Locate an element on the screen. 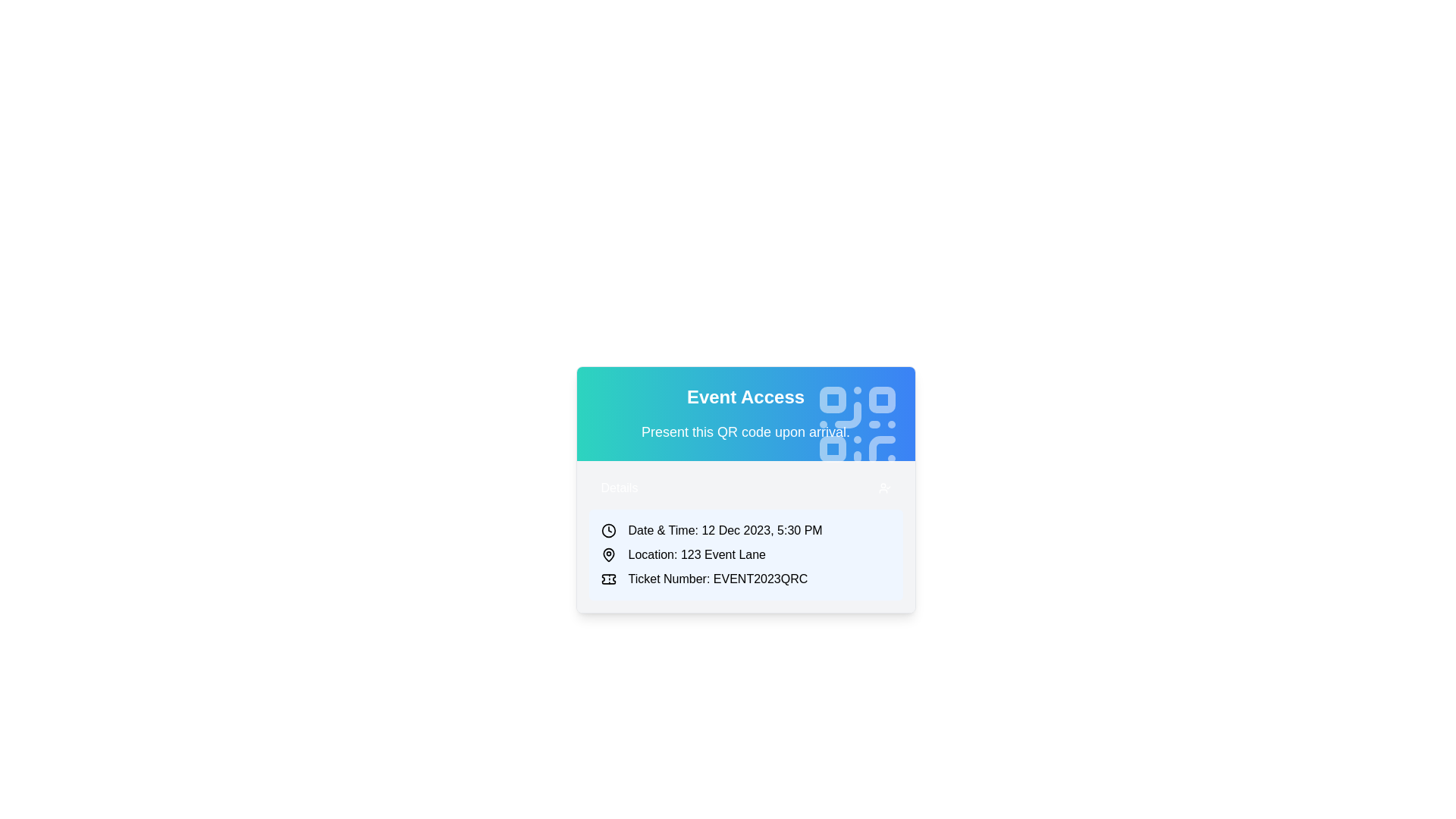  the QR code element located in the top-right corner of the informational banner that provides access to event information is located at coordinates (857, 424).